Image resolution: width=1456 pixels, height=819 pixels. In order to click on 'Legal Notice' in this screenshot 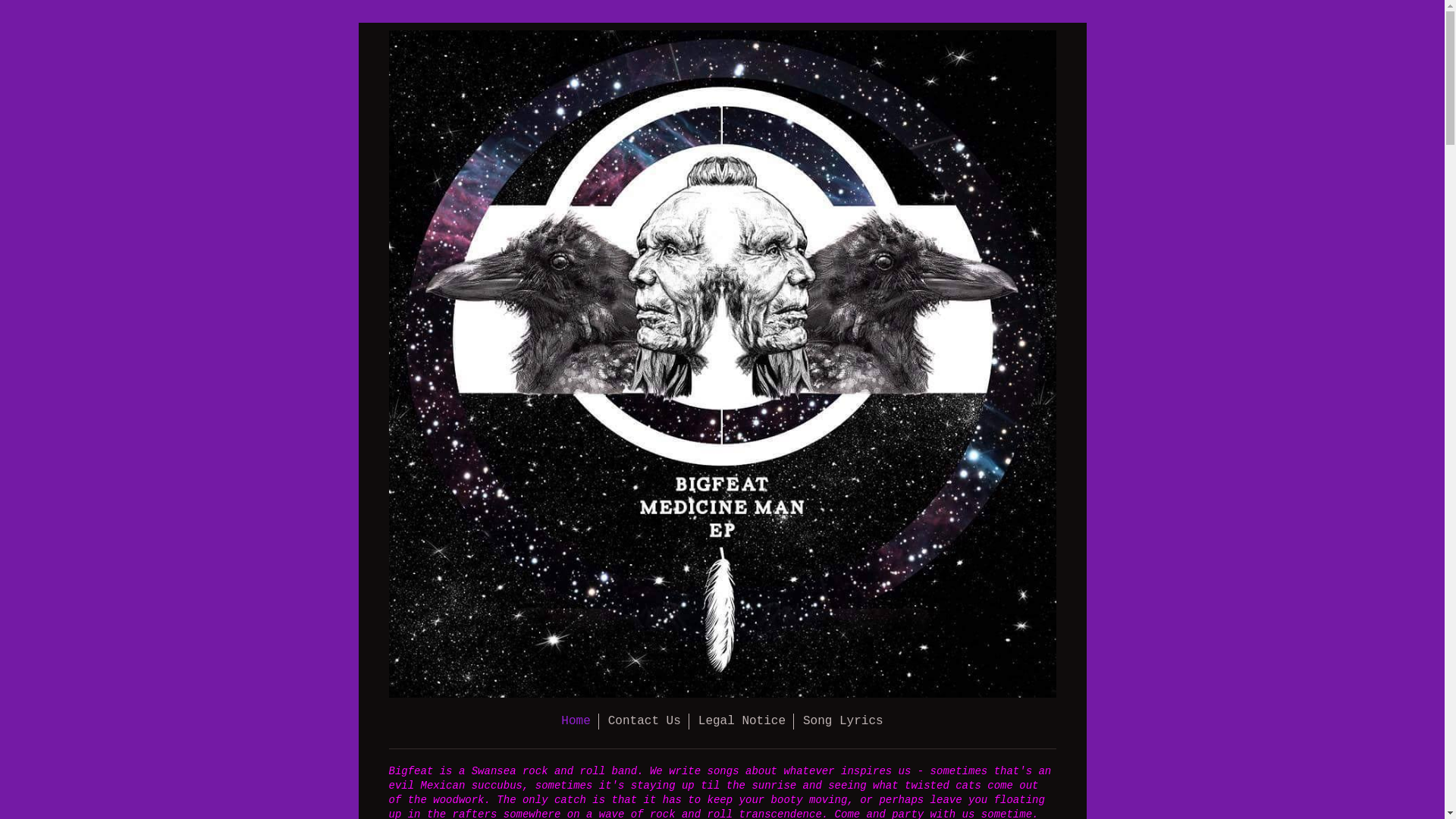, I will do `click(742, 720)`.